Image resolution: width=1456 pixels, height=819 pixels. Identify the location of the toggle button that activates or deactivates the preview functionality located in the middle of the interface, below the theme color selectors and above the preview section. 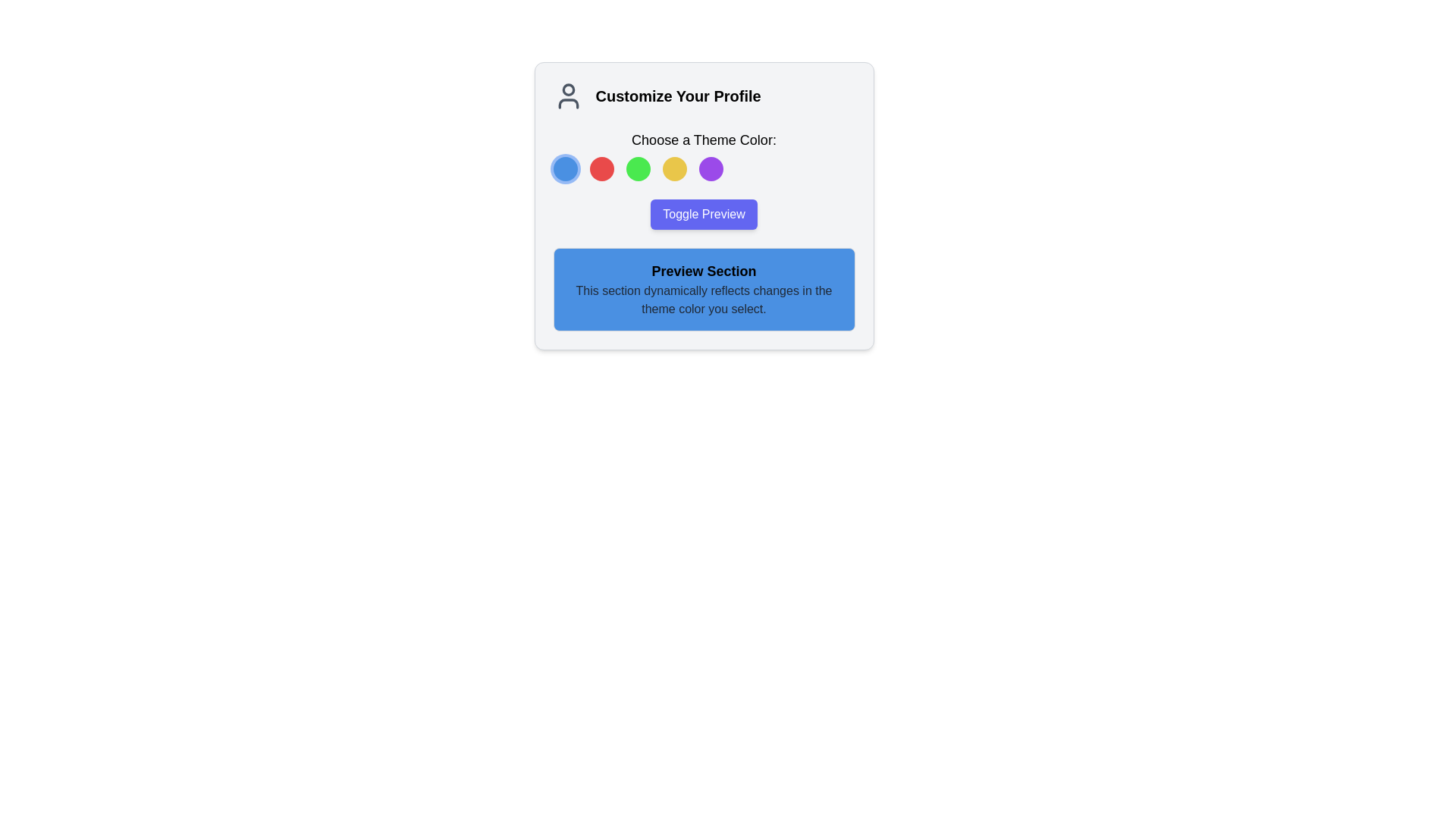
(703, 214).